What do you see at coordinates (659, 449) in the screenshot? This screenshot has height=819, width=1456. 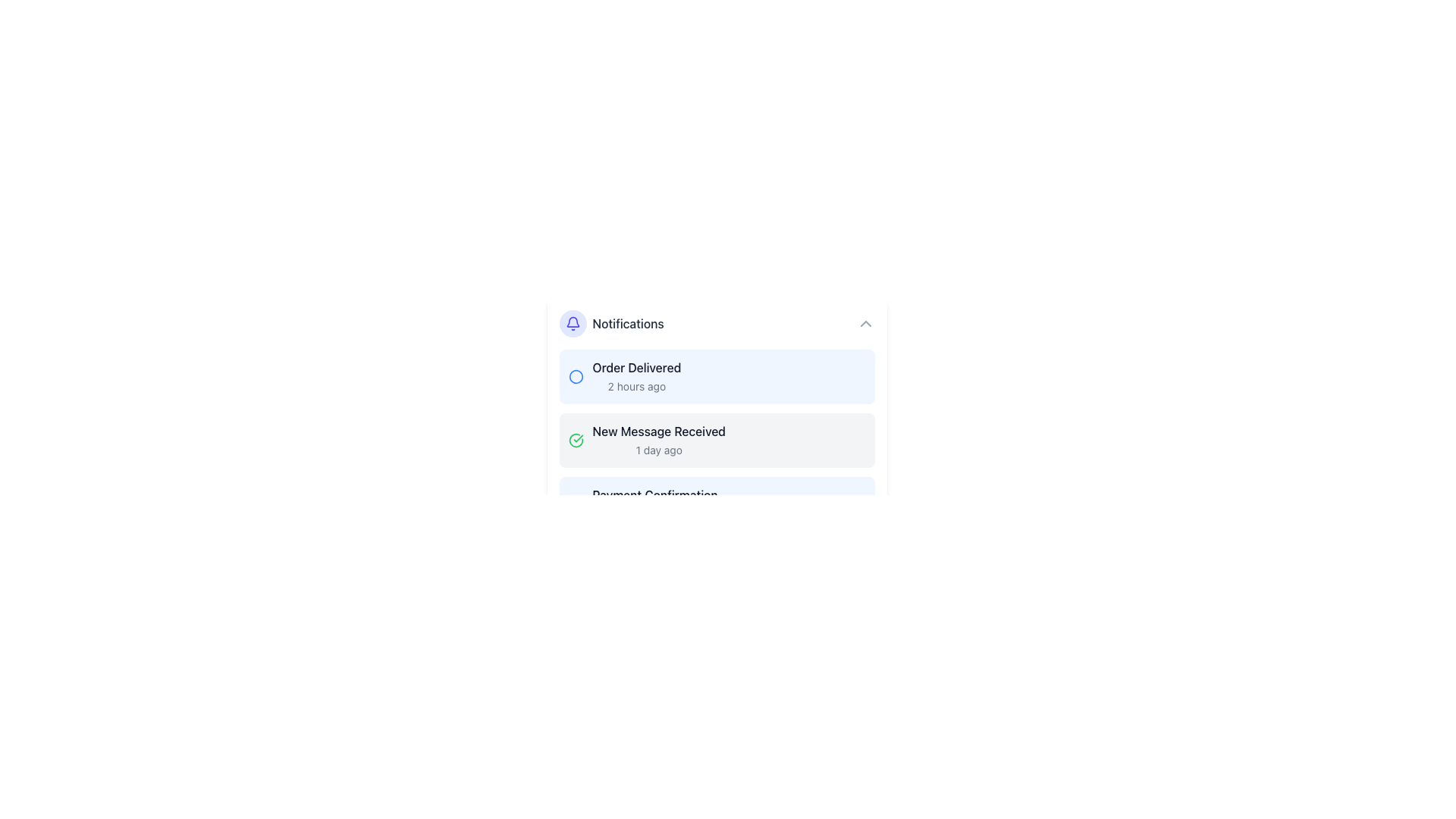 I see `timestamp information displayed as '1 day ago', located directly under the bold text 'New Message Received'` at bounding box center [659, 449].